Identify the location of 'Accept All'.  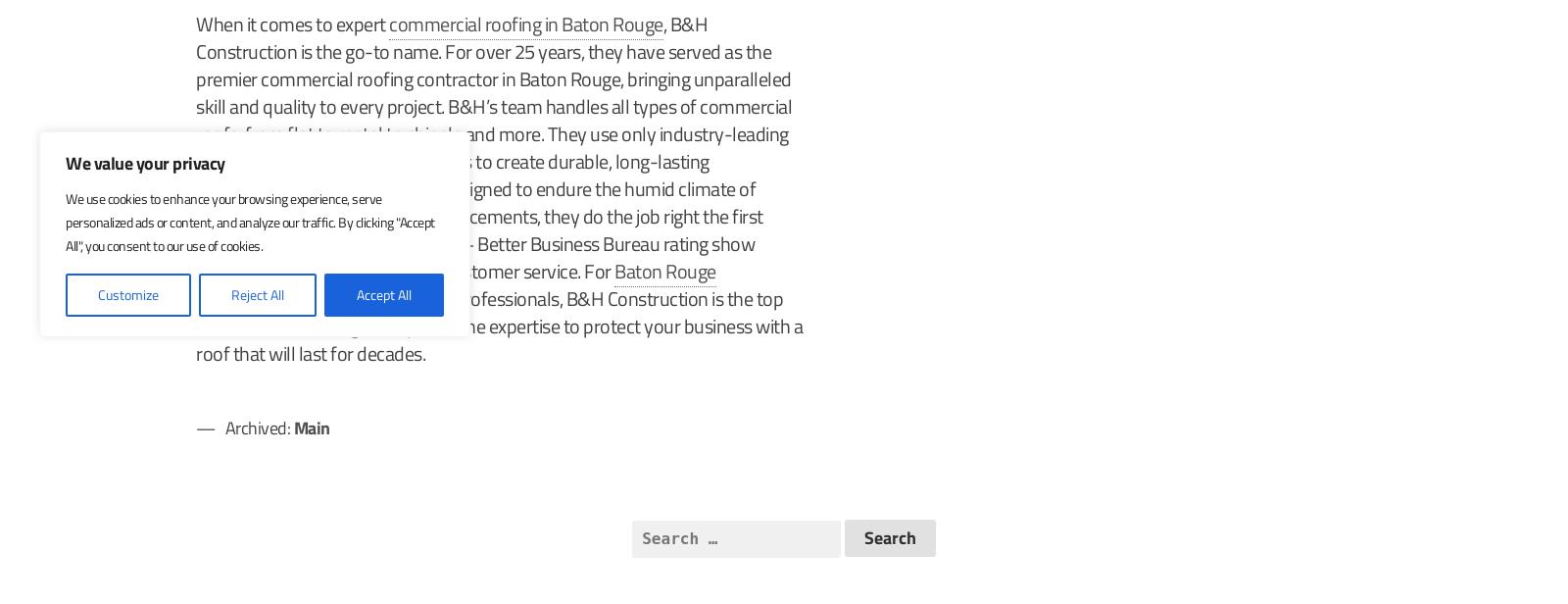
(384, 294).